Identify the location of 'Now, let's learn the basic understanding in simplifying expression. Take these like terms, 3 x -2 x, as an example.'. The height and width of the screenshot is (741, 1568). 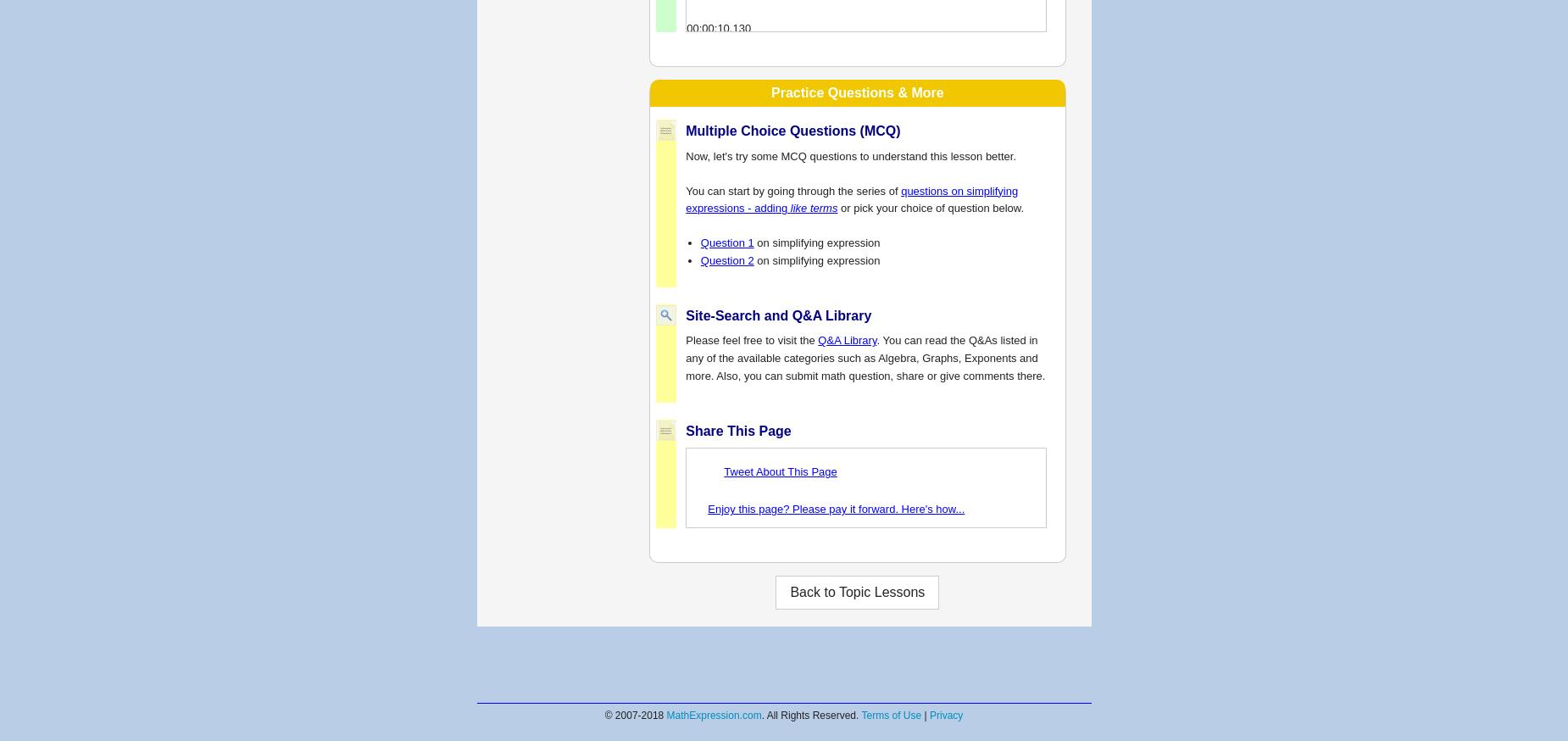
(858, 53).